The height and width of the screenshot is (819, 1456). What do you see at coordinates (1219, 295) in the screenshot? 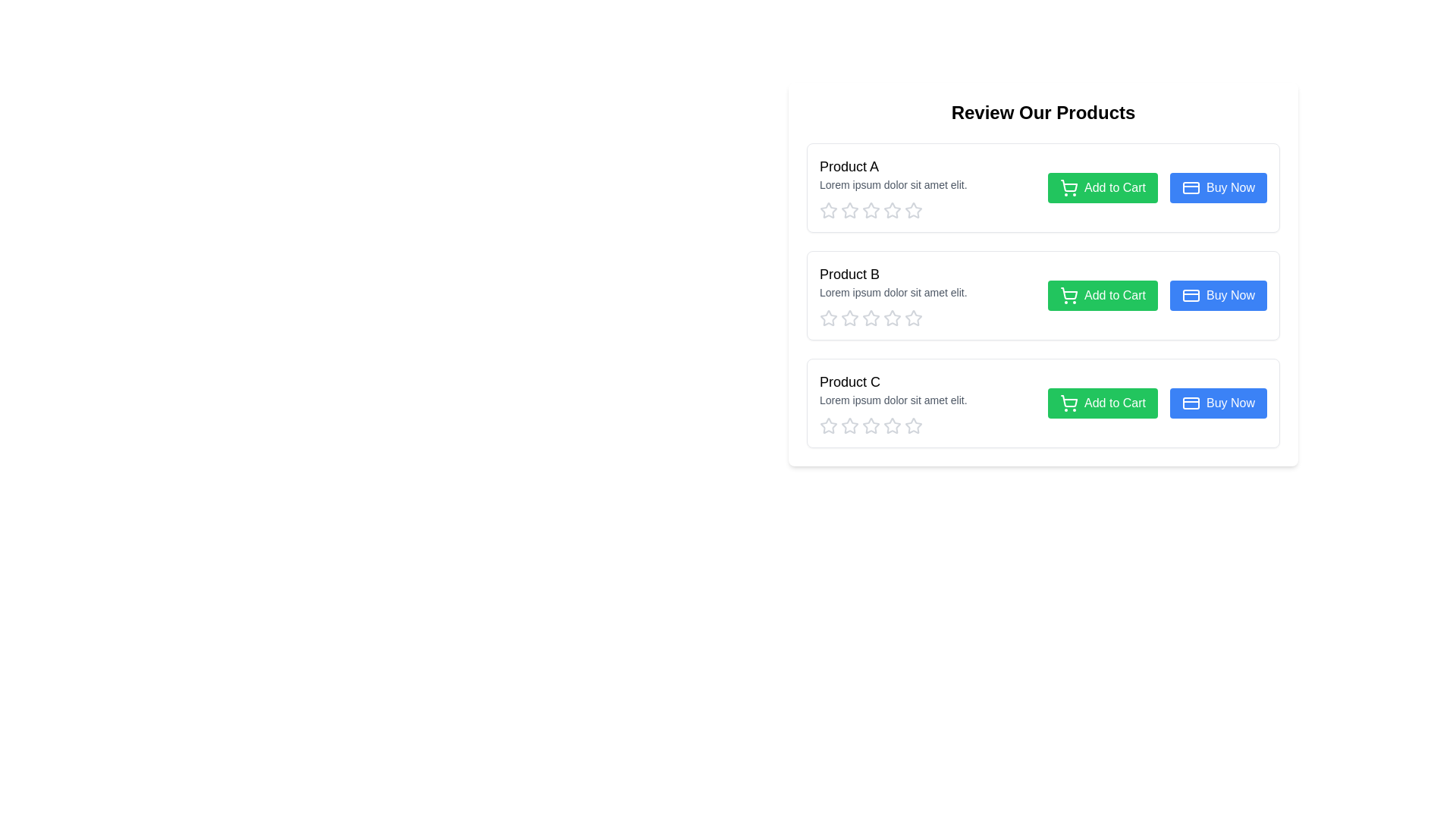
I see `the purchase button located to the right of the 'Add to Cart' button` at bounding box center [1219, 295].